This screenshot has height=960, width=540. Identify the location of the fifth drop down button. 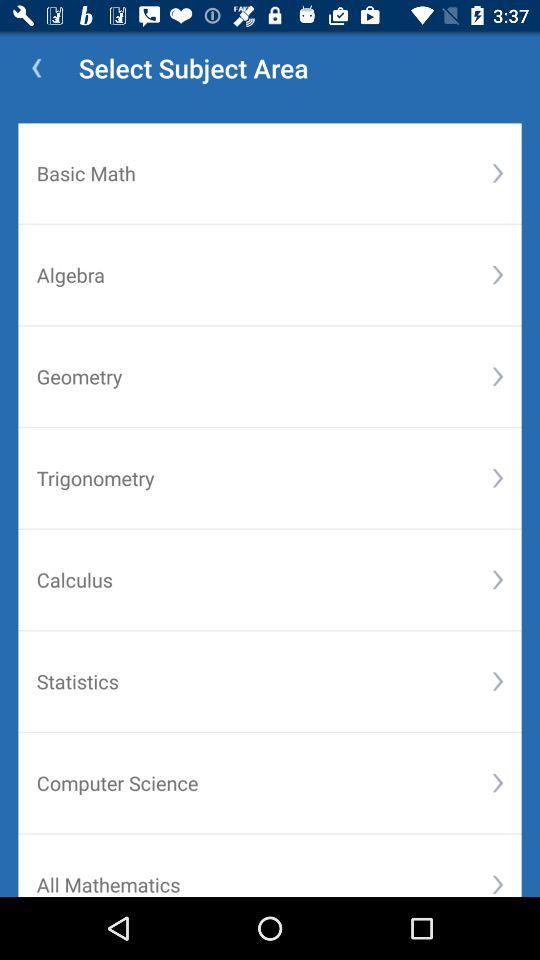
(496, 580).